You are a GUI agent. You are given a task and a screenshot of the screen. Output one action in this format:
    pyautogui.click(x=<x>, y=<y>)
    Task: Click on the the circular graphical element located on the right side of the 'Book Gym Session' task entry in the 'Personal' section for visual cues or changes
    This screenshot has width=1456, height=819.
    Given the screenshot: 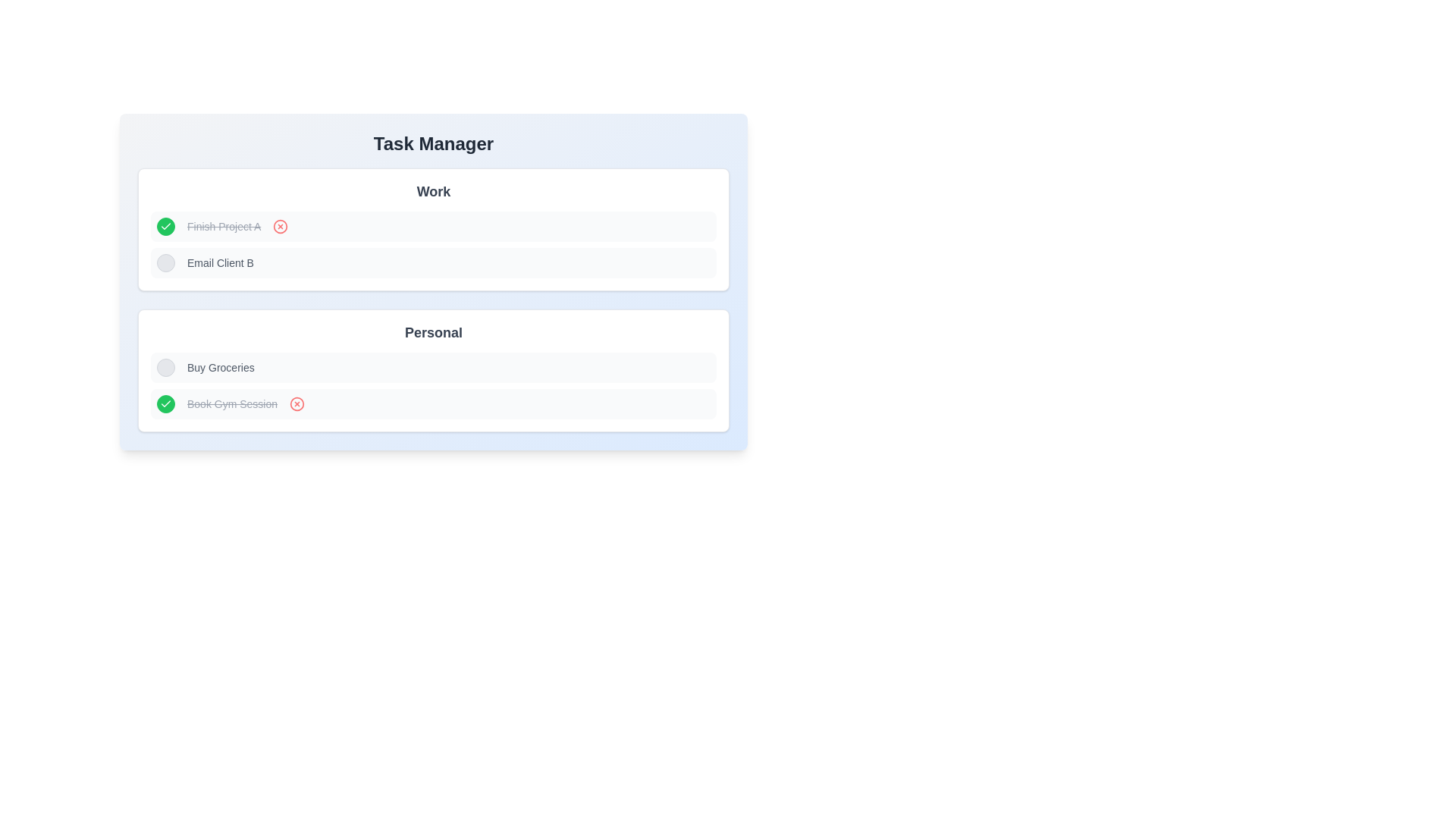 What is the action you would take?
    pyautogui.click(x=297, y=403)
    